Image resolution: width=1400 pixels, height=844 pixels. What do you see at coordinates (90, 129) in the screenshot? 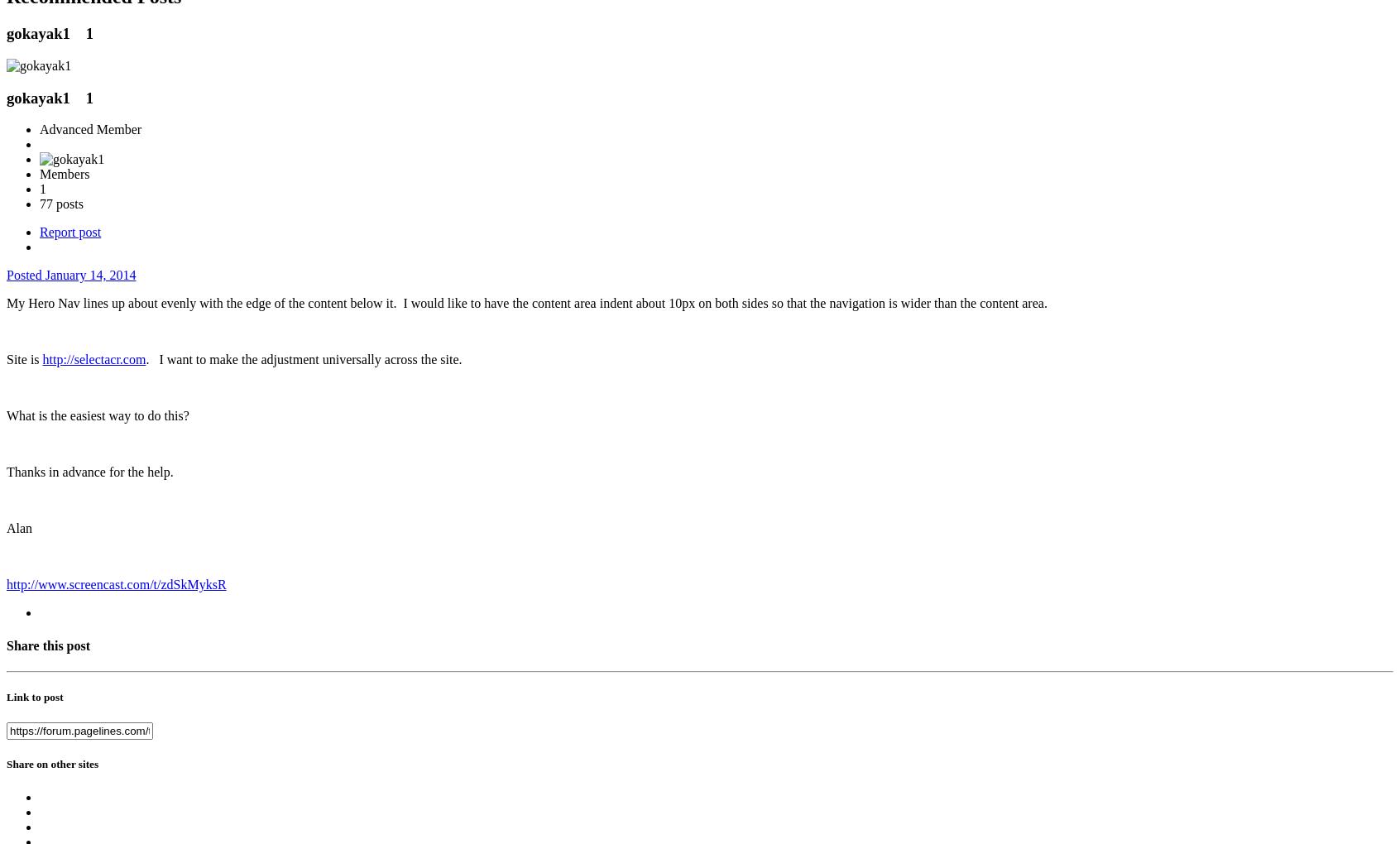
I see `'Advanced Member'` at bounding box center [90, 129].